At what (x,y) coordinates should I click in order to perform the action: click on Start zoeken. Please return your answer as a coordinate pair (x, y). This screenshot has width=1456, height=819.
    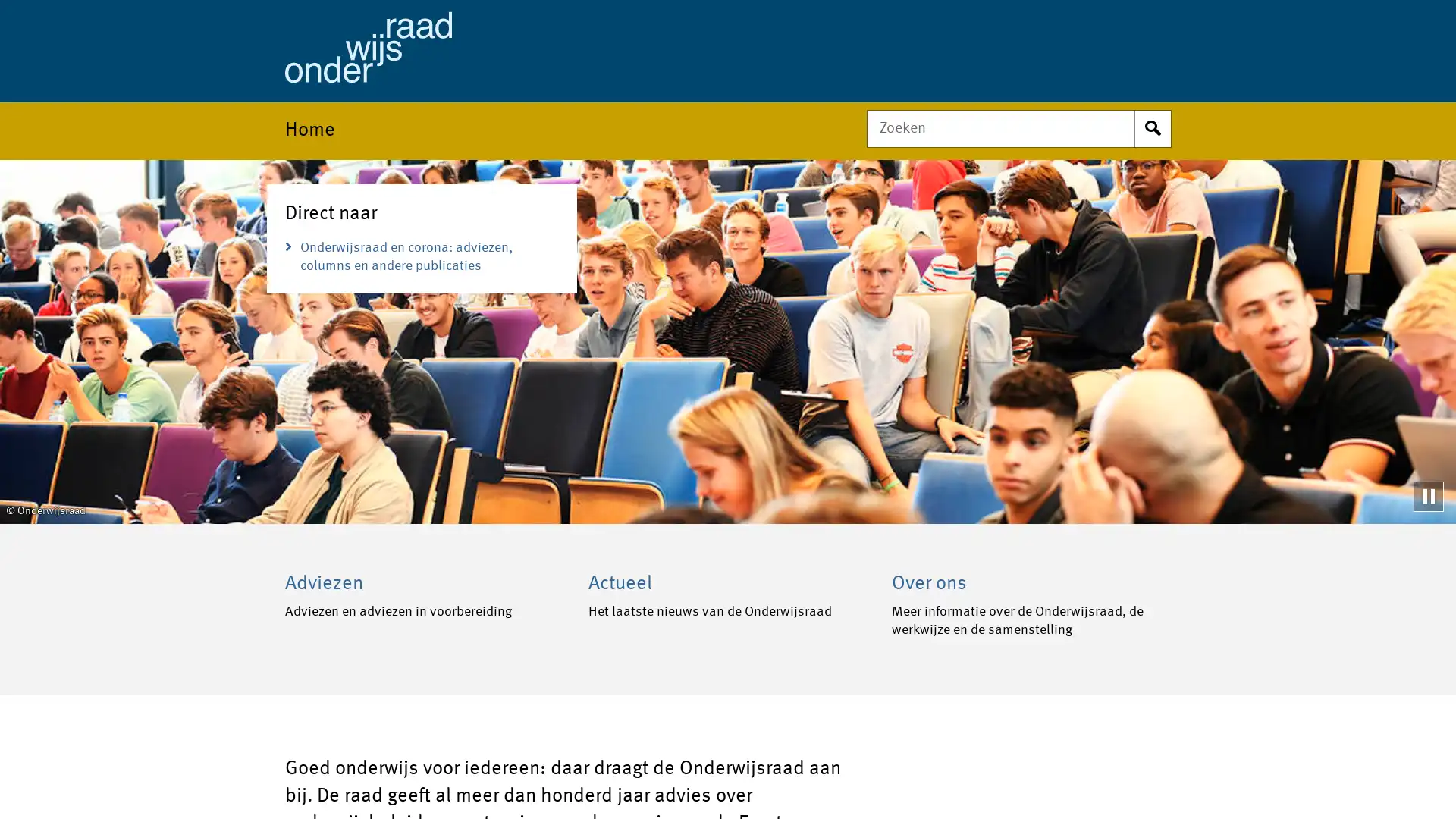
    Looking at the image, I should click on (1153, 127).